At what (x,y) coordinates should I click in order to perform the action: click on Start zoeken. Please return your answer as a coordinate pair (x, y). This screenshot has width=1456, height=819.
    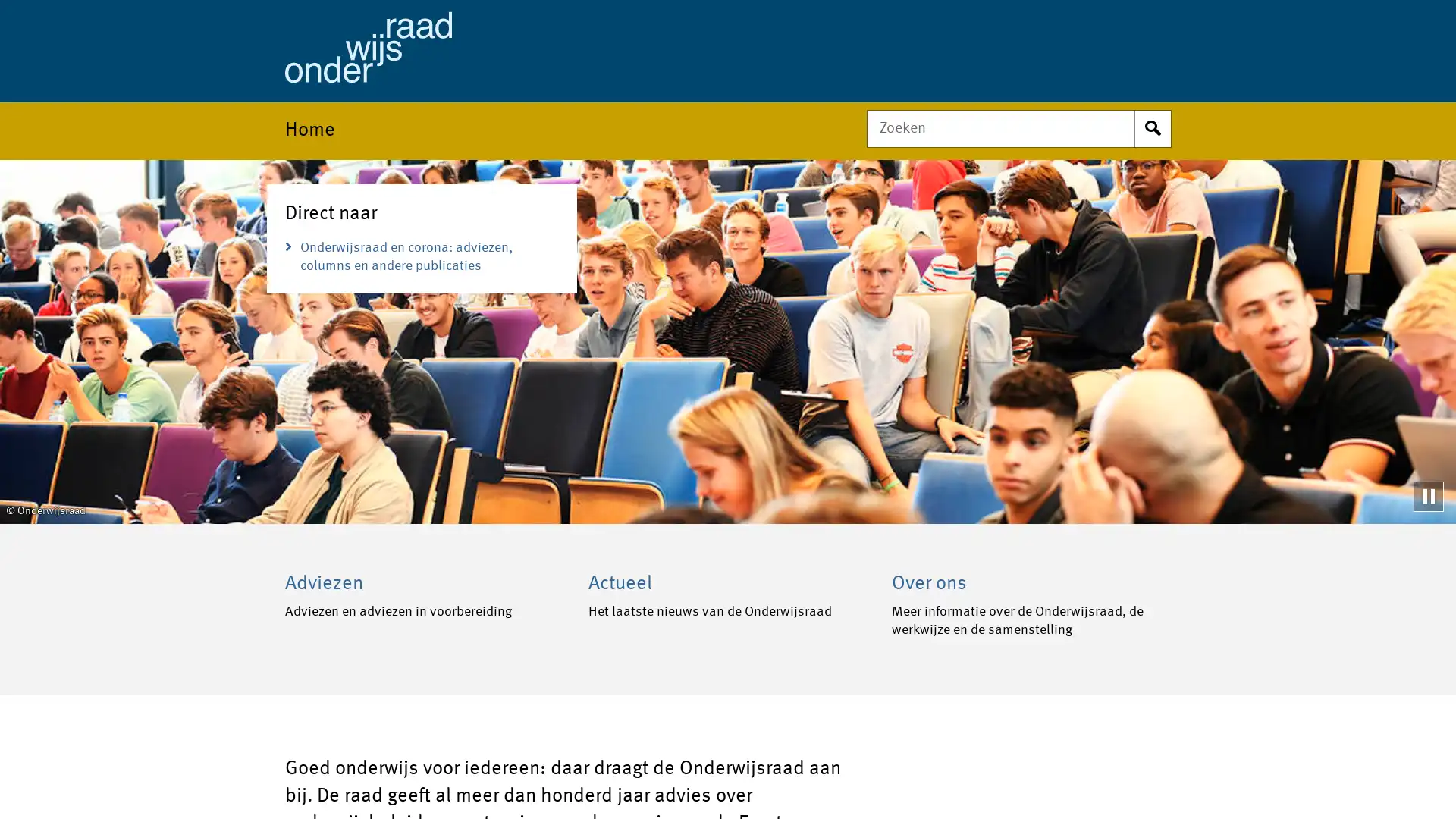
    Looking at the image, I should click on (1153, 127).